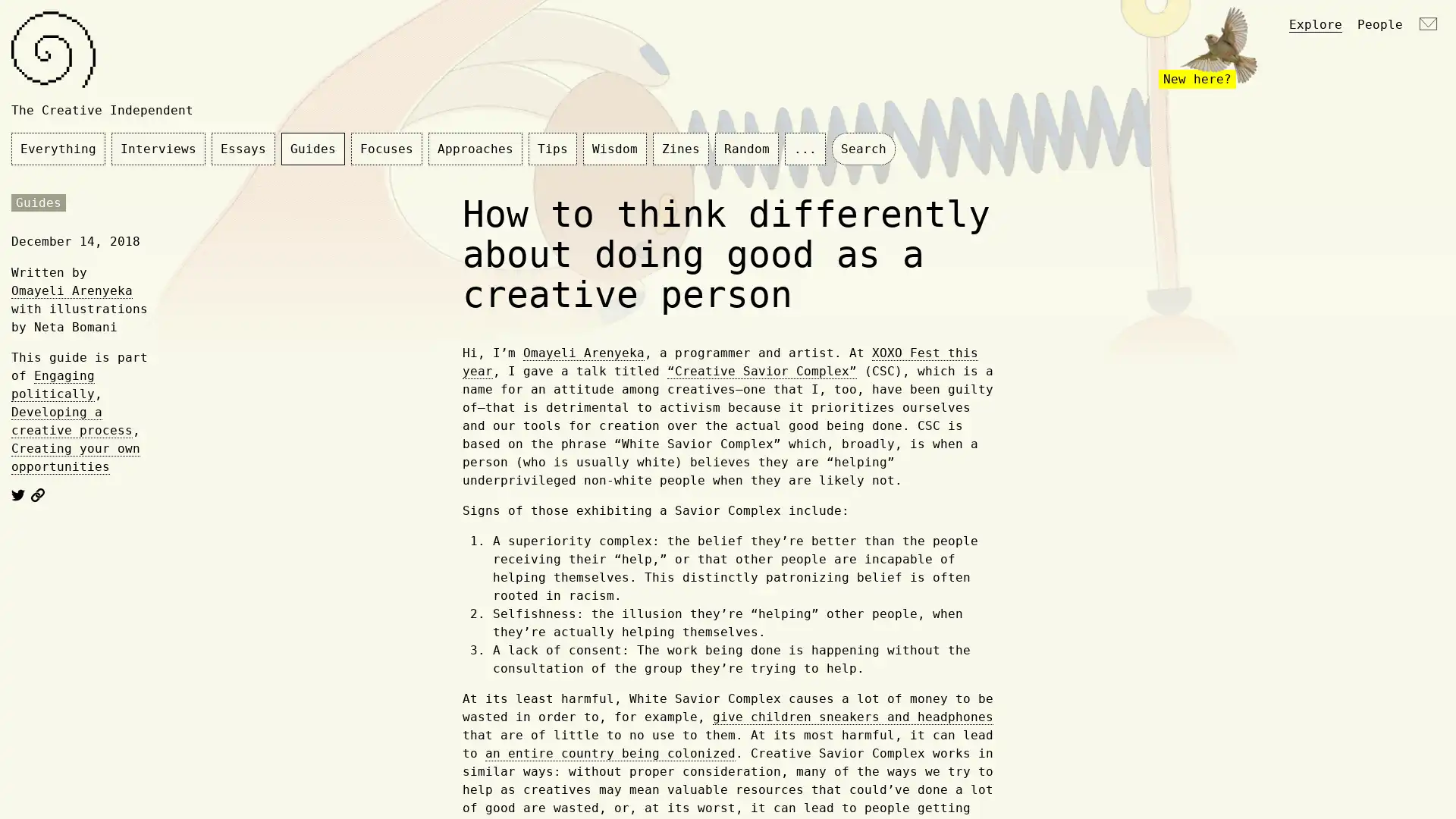 The height and width of the screenshot is (819, 1456). I want to click on Search, so click(863, 149).